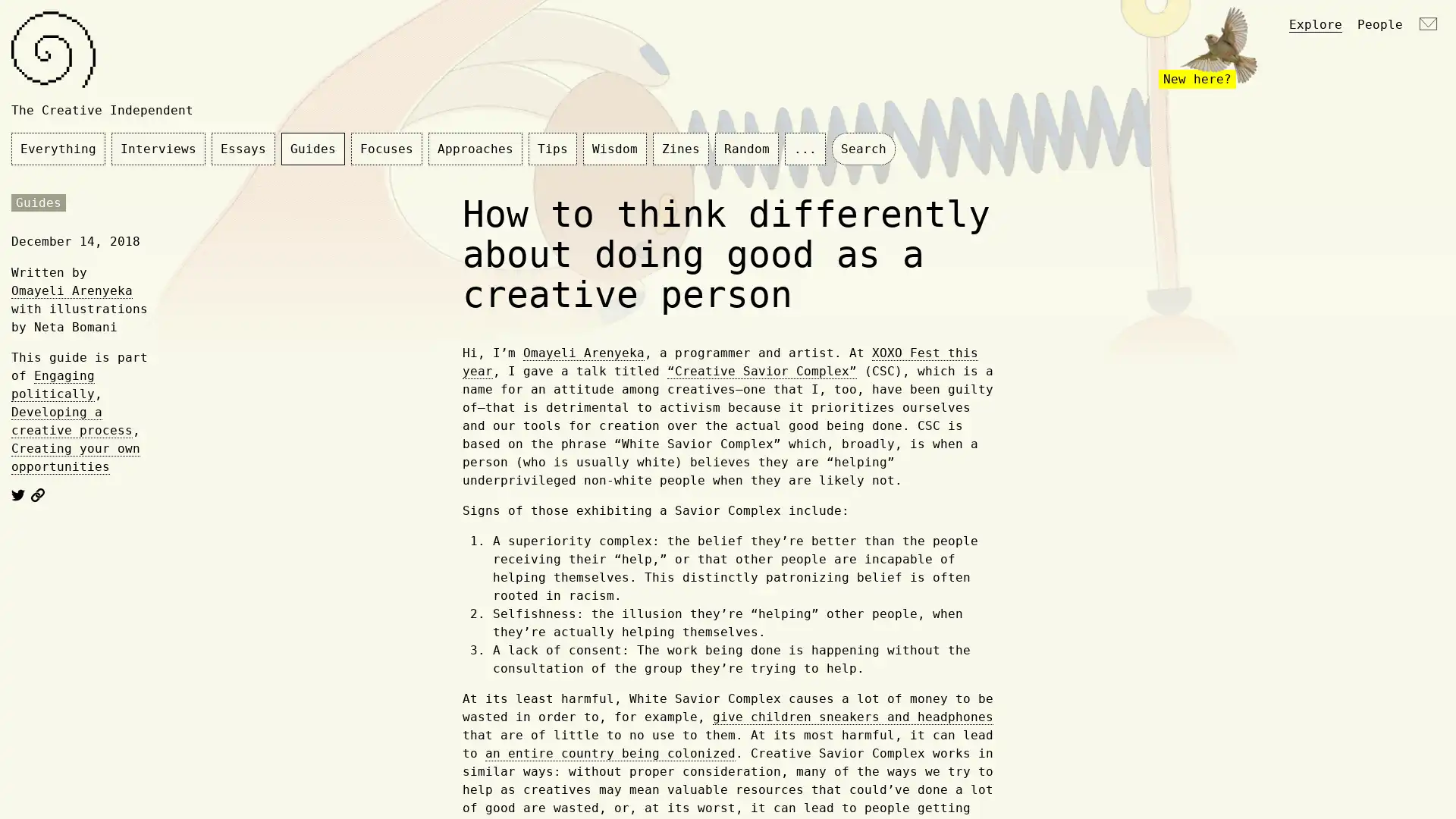 The height and width of the screenshot is (819, 1456). I want to click on Search, so click(863, 149).